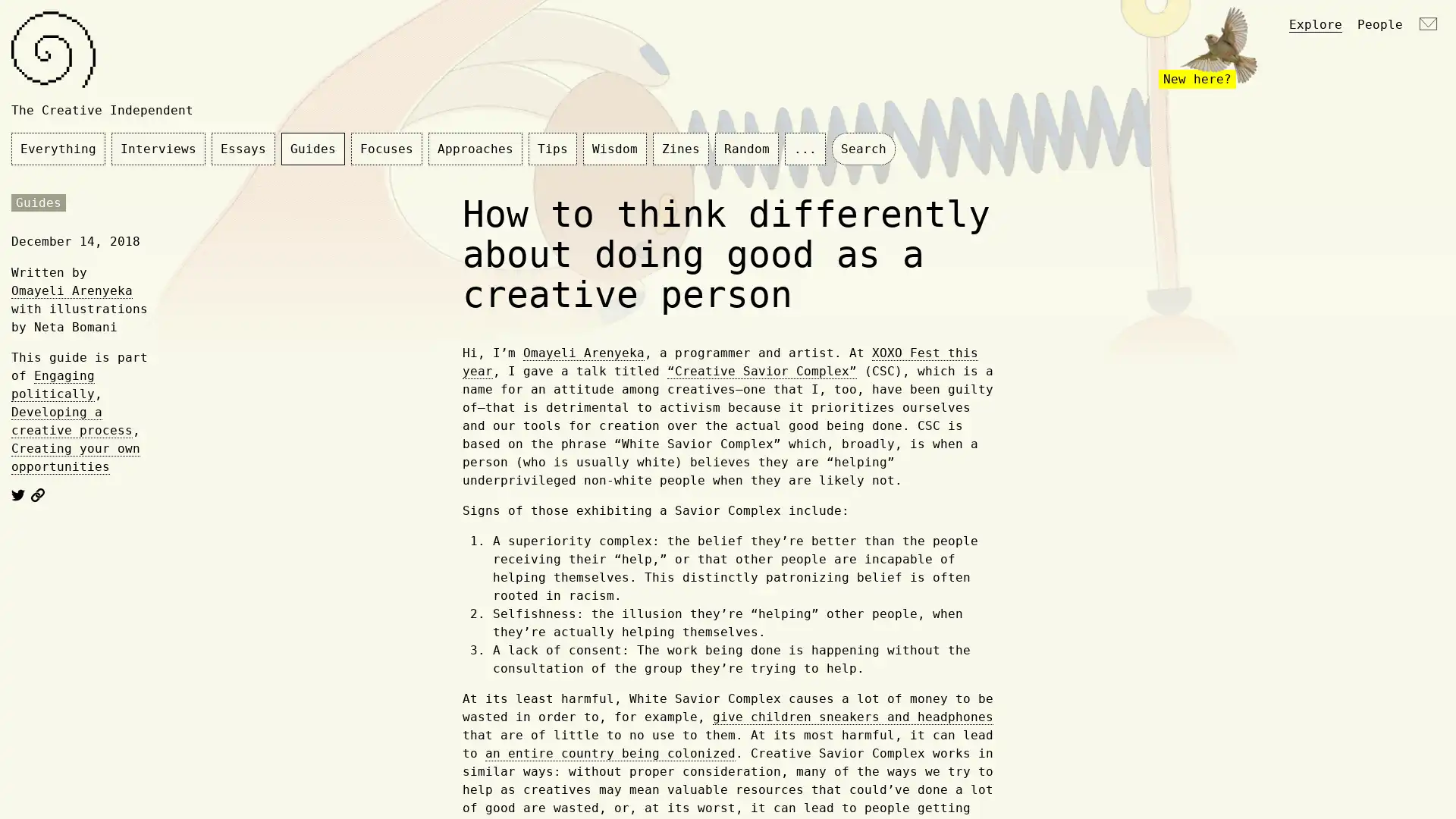 The height and width of the screenshot is (819, 1456). I want to click on Search, so click(863, 149).